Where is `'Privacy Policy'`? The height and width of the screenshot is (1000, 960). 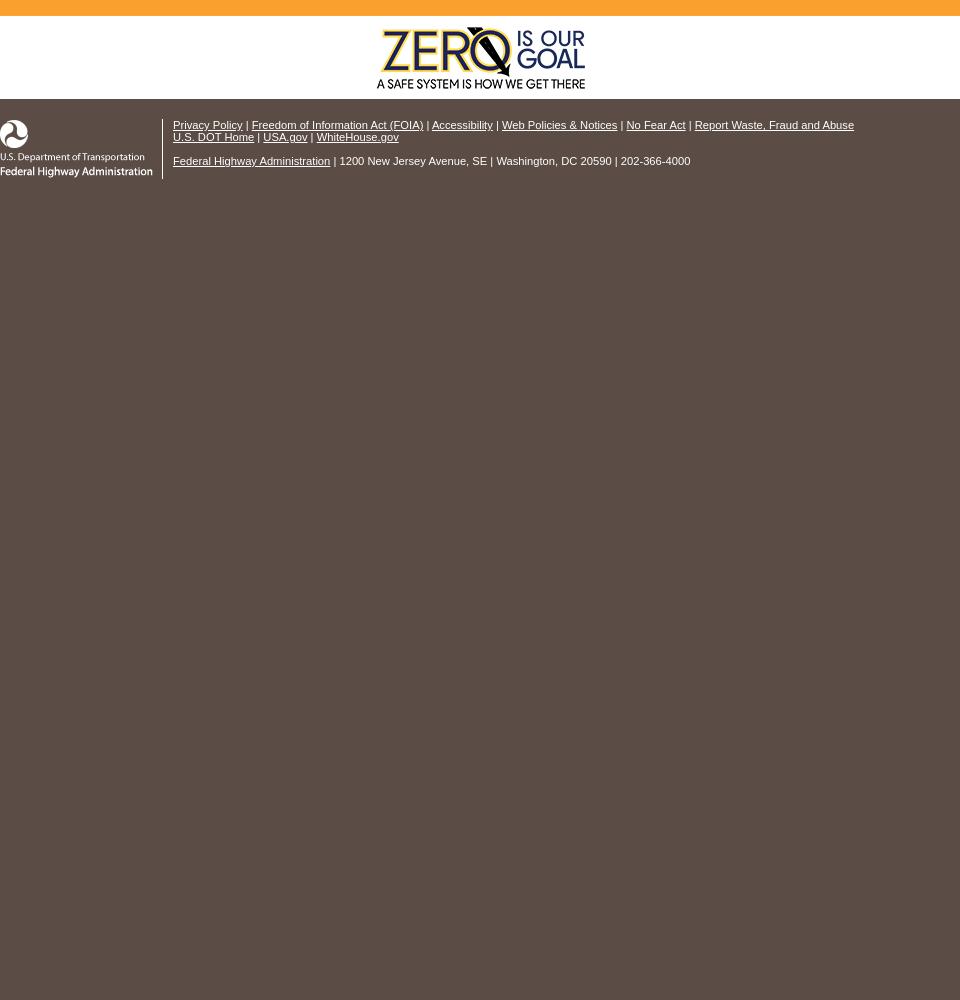 'Privacy Policy' is located at coordinates (207, 125).